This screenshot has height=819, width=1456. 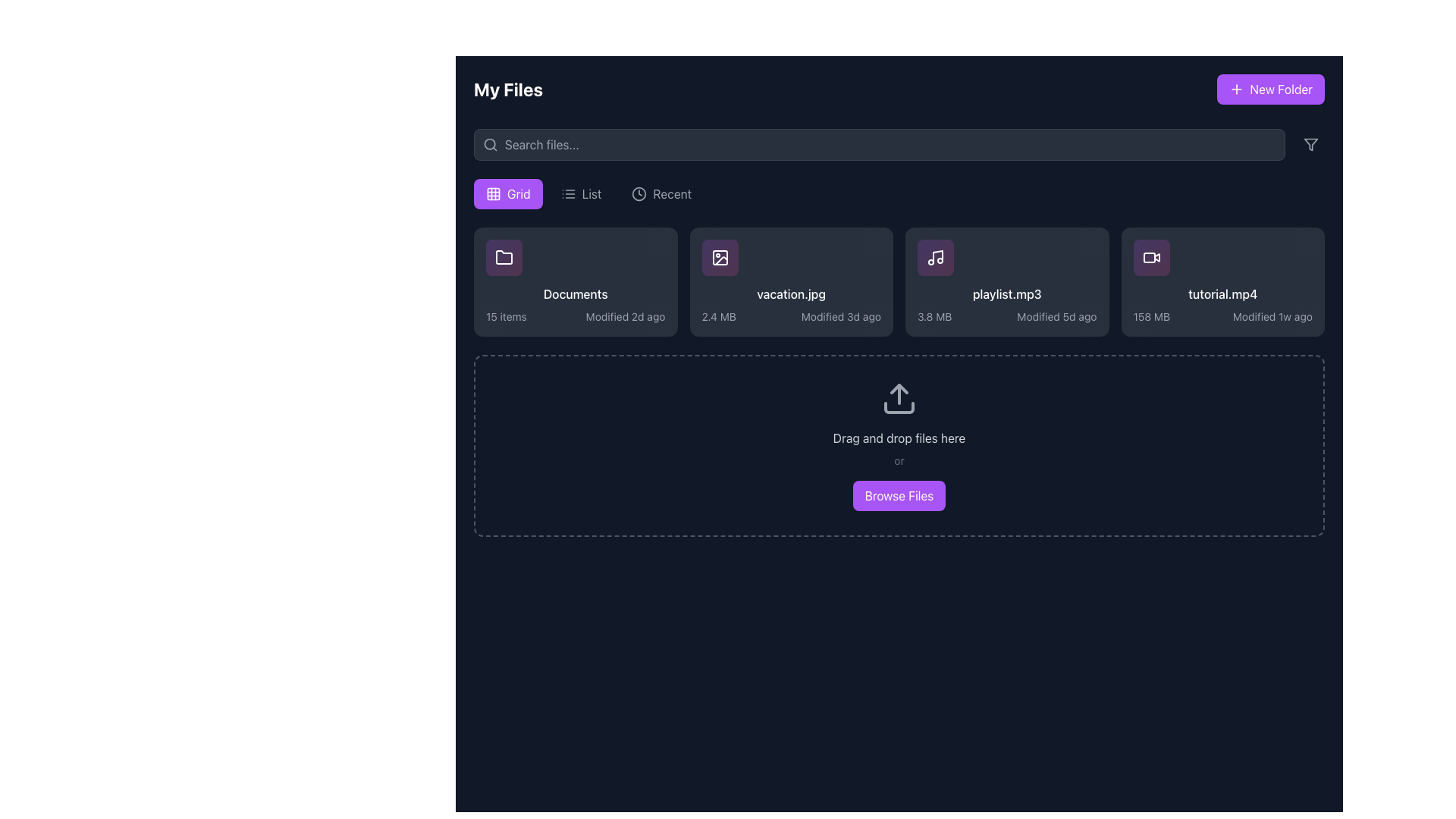 I want to click on the button located at the top-right corner of the 'playlist.mp3' file card, so click(x=1088, y=256).